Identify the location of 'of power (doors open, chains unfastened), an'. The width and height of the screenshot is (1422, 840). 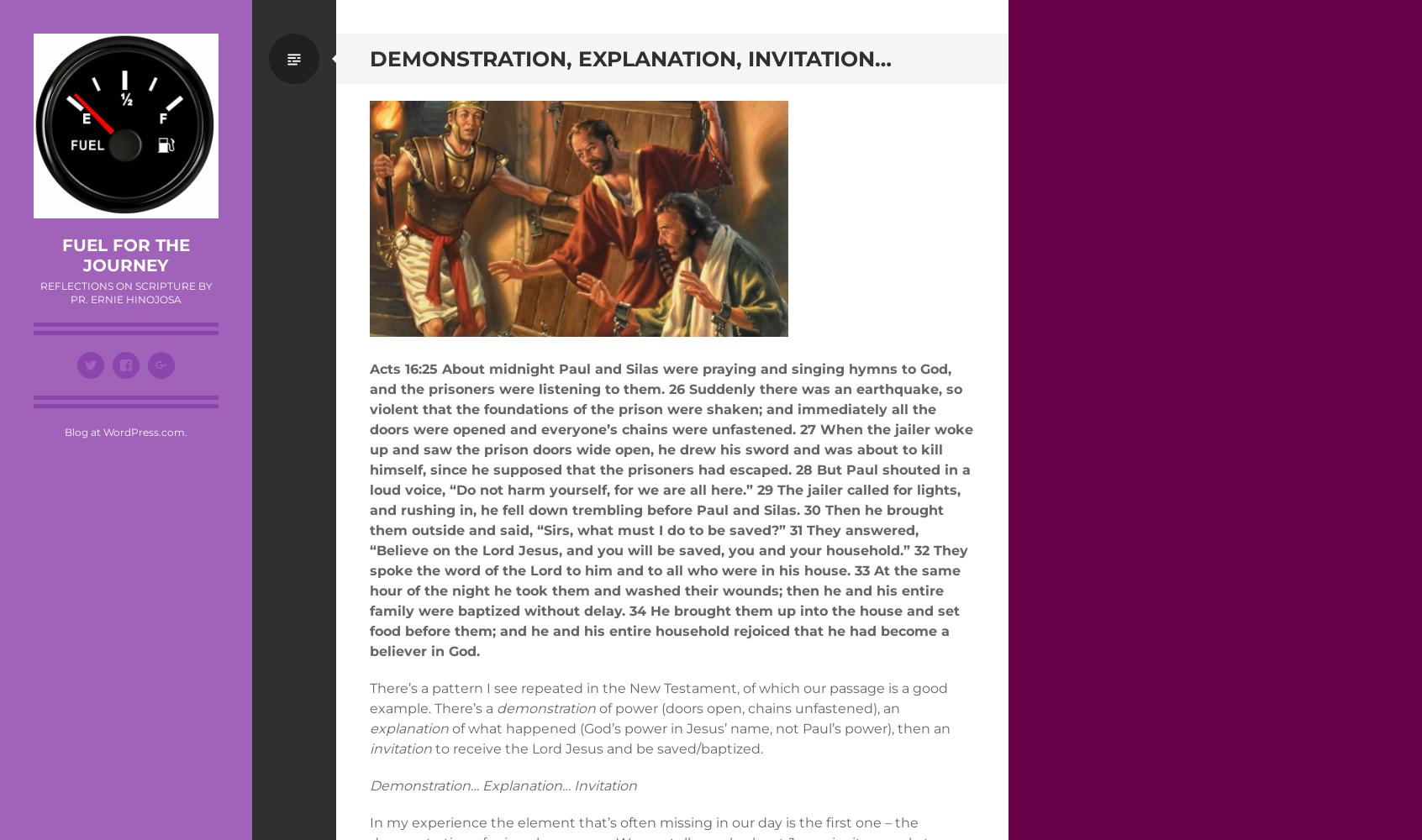
(746, 706).